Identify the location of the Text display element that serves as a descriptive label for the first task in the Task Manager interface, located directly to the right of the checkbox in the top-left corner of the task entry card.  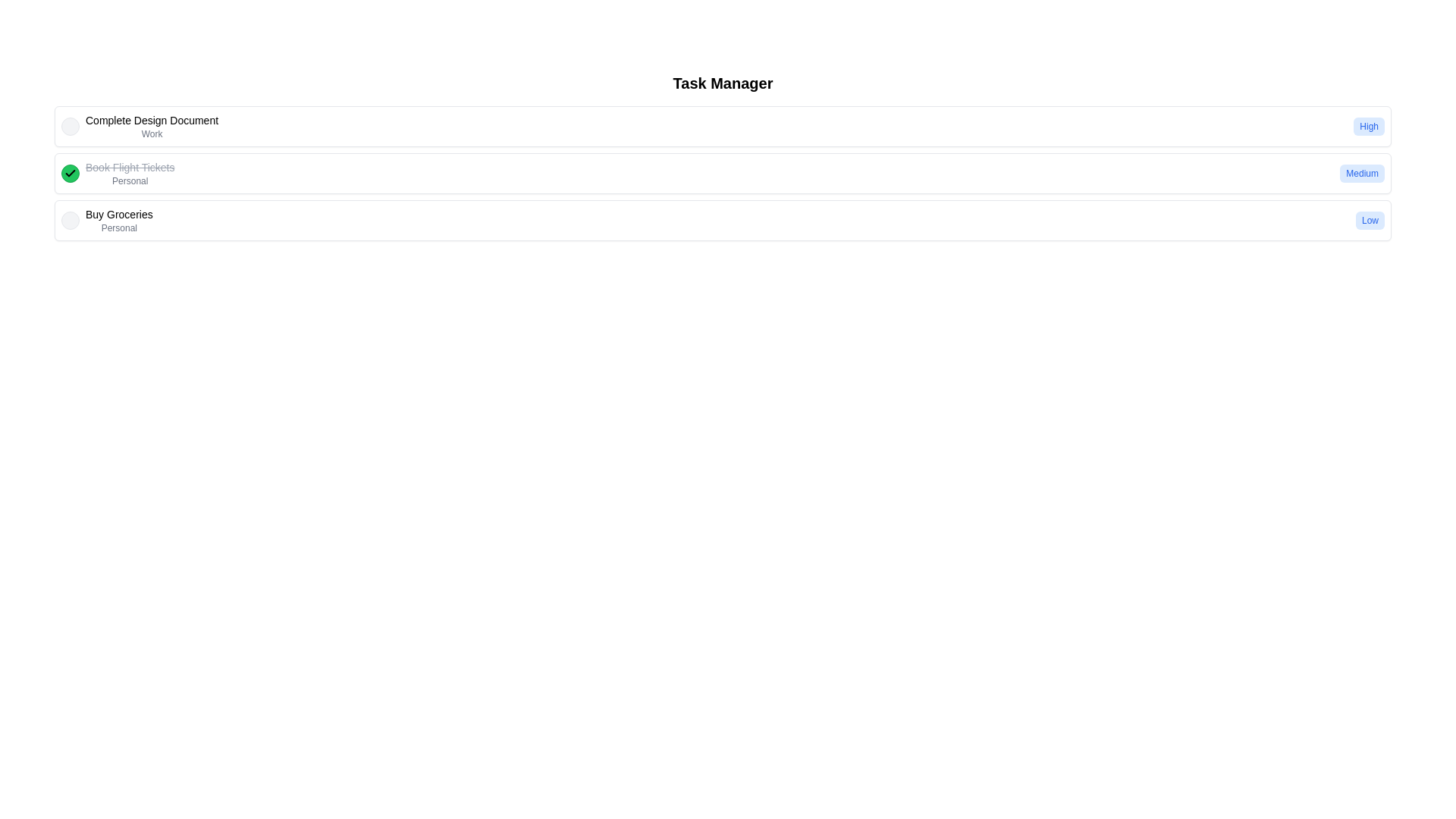
(140, 125).